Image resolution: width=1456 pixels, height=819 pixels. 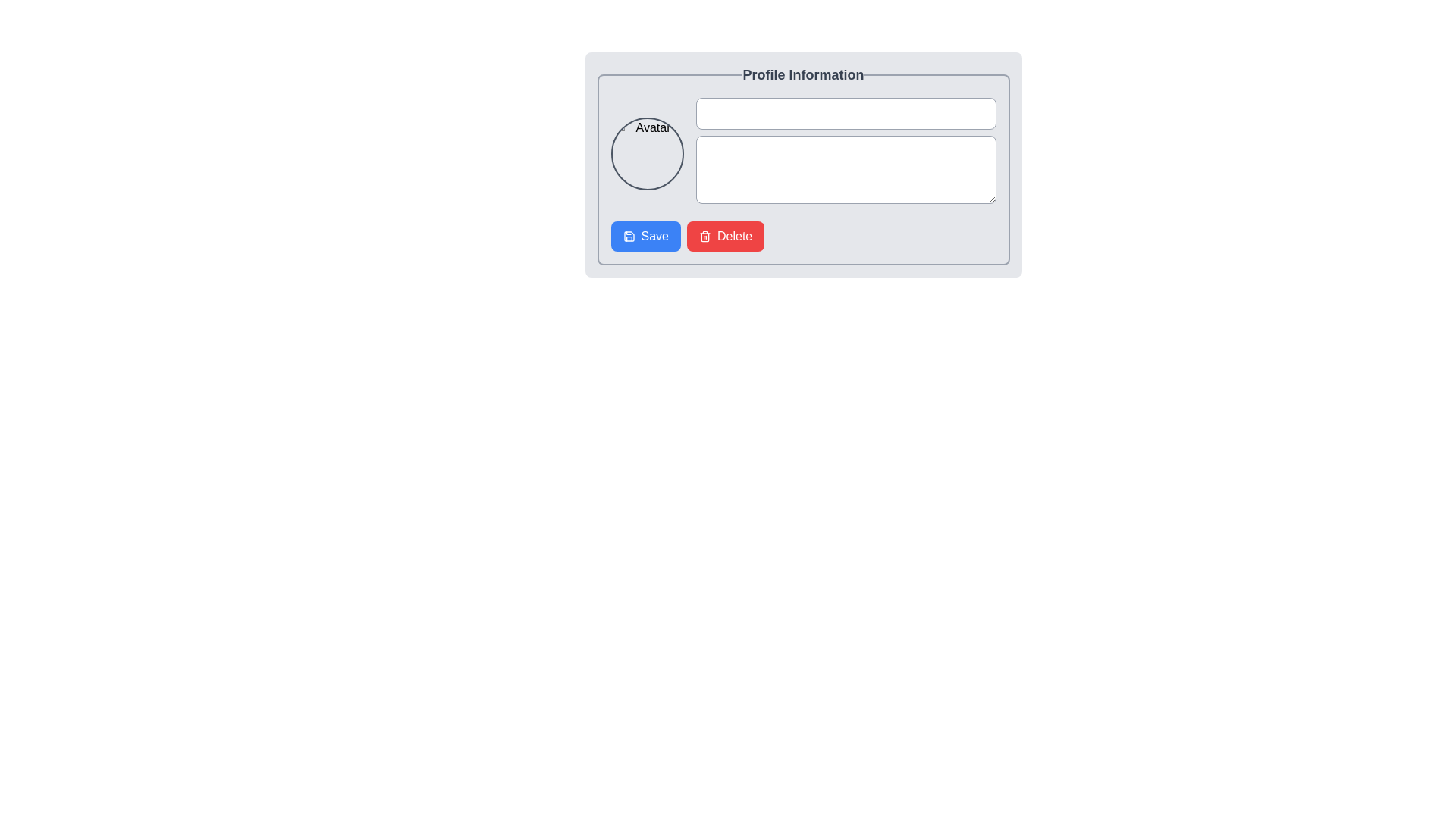 I want to click on the 'Delete' button, which is a rectangular button with rounded edges, bold red background, and white text, located in the 'Profile Information' panel, so click(x=725, y=237).